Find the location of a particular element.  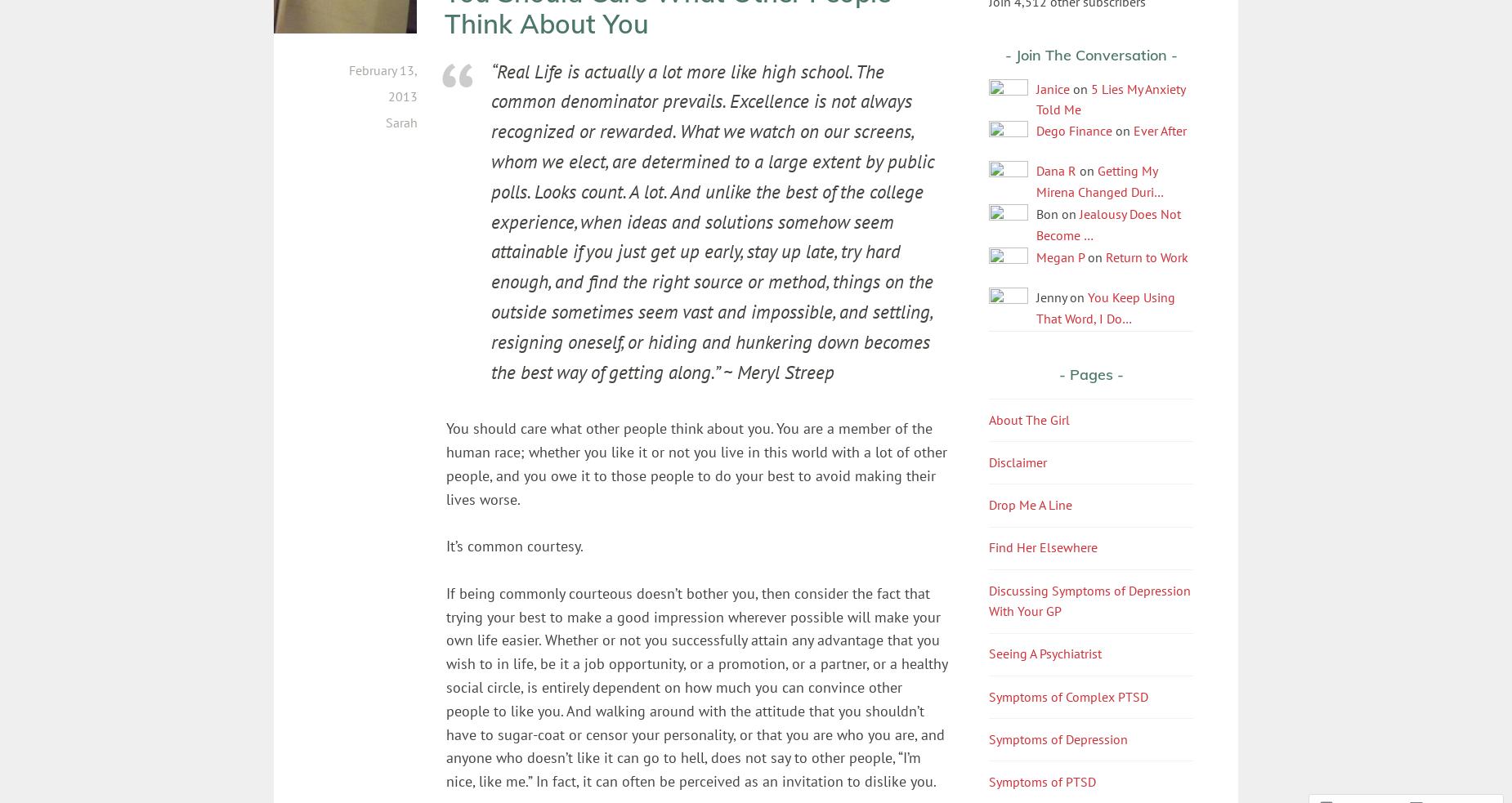

'You should care what other people think about you. You are a member of the human race; whether you like it or not you live in this world with a lot of other people, and you owe it to those people to do your best to avoid making their lives worse.' is located at coordinates (696, 463).